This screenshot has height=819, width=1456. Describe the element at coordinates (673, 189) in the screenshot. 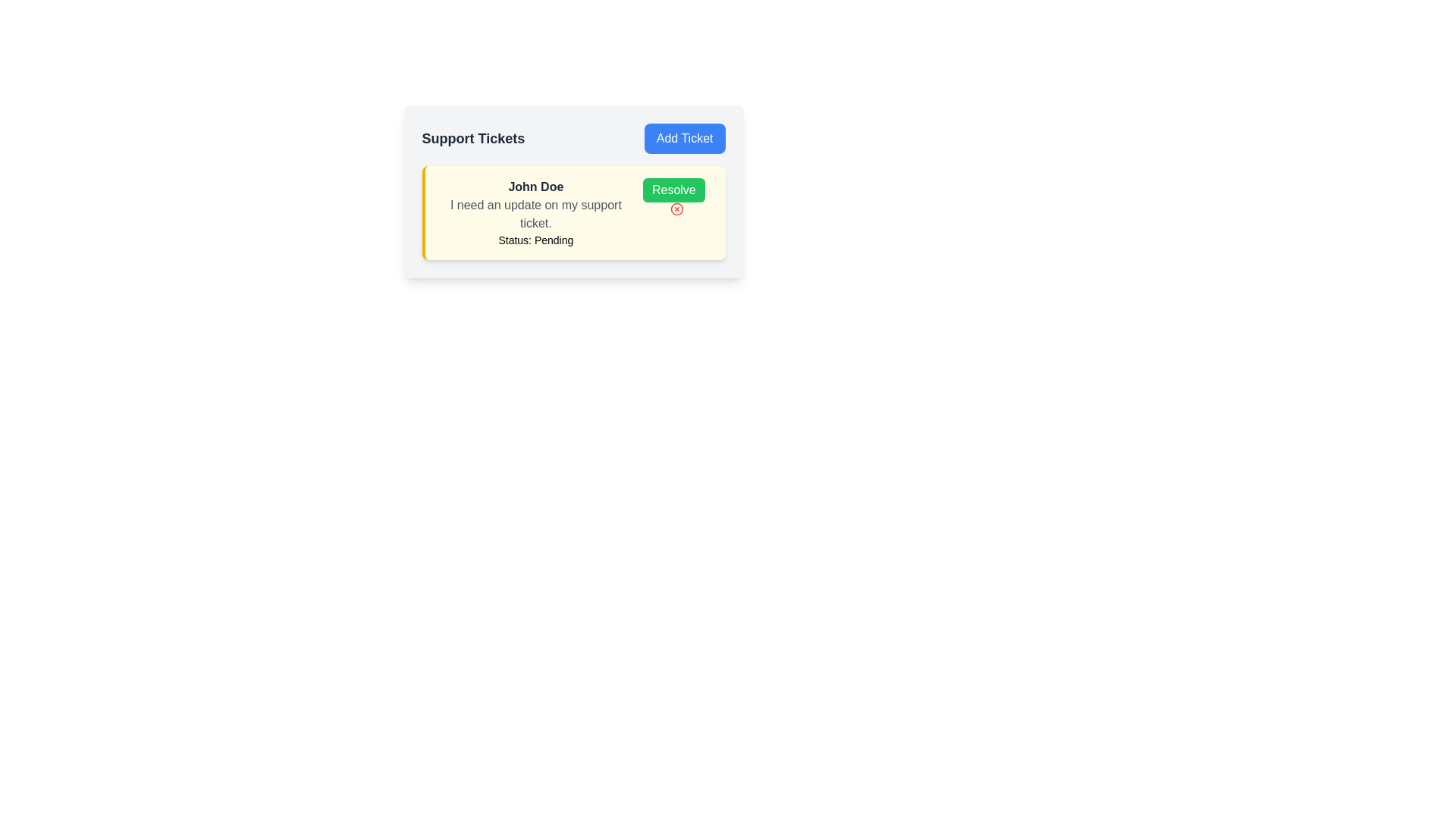

I see `the support ticket resolution button located on the right side of the ticket information box, above the red icon` at that location.